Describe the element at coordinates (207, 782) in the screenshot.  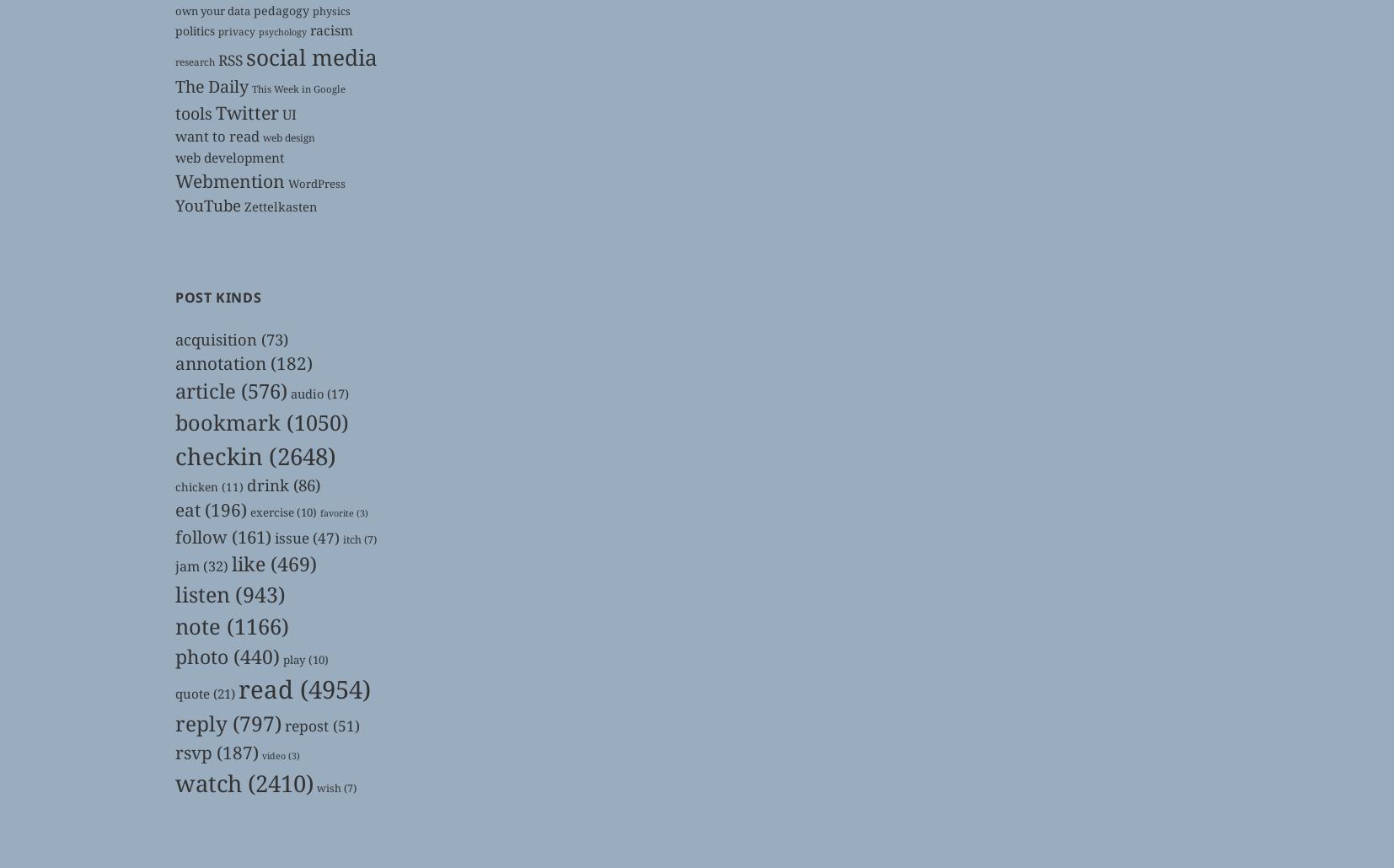
I see `'watch'` at that location.